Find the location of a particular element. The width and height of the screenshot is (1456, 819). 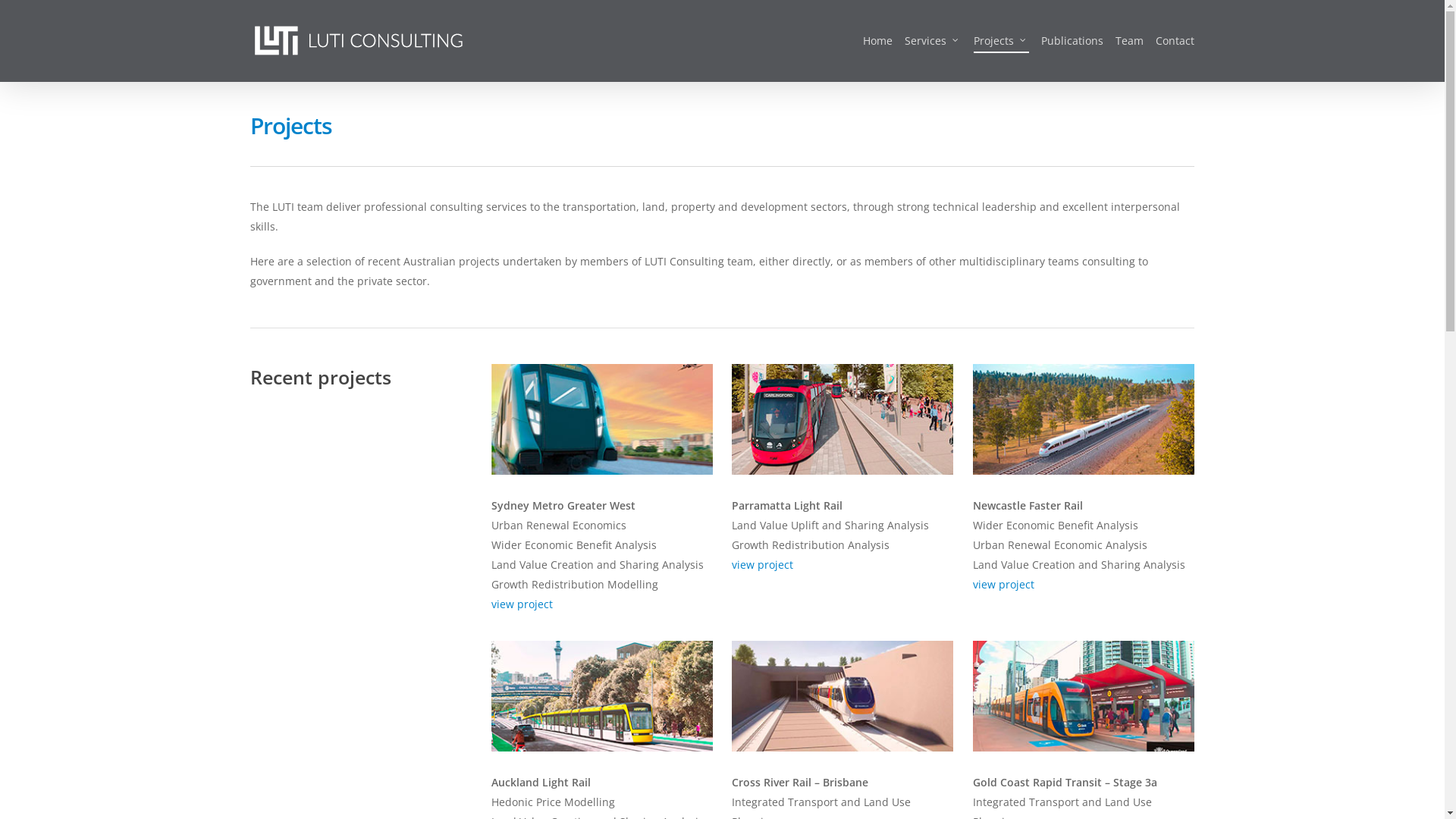

'Team' is located at coordinates (1129, 40).